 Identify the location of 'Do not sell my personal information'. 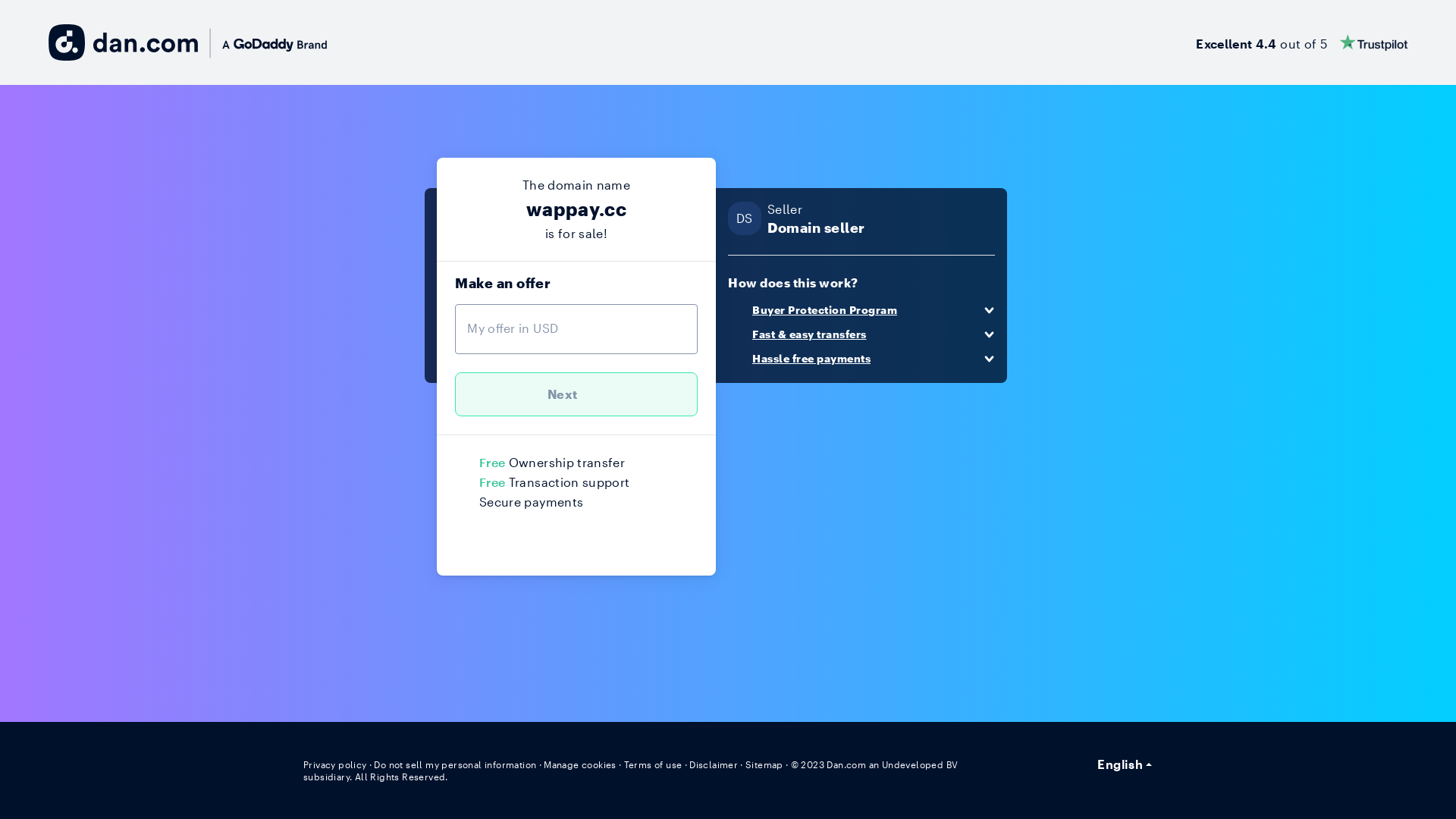
(447, 764).